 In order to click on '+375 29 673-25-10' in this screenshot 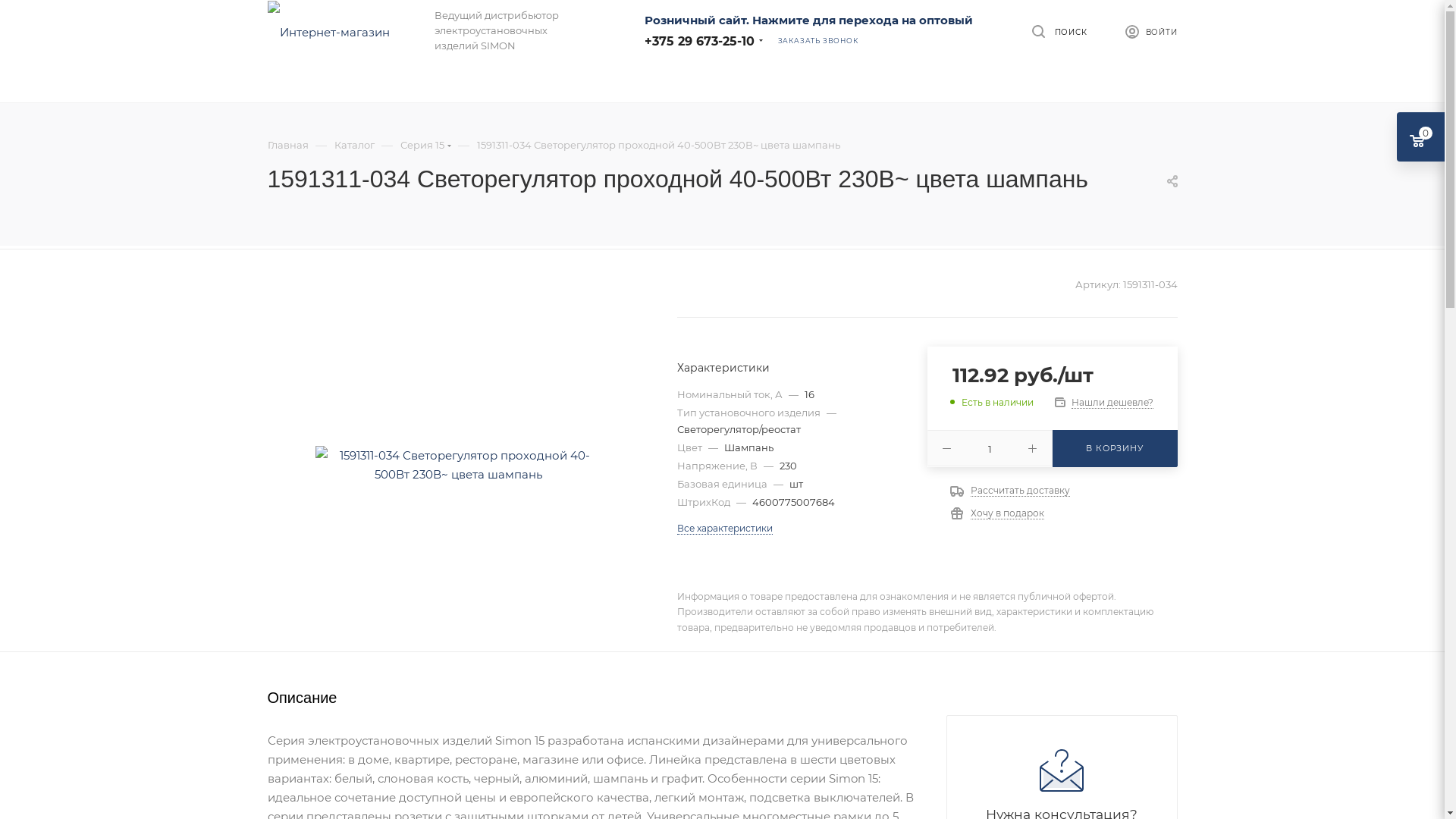, I will do `click(698, 39)`.